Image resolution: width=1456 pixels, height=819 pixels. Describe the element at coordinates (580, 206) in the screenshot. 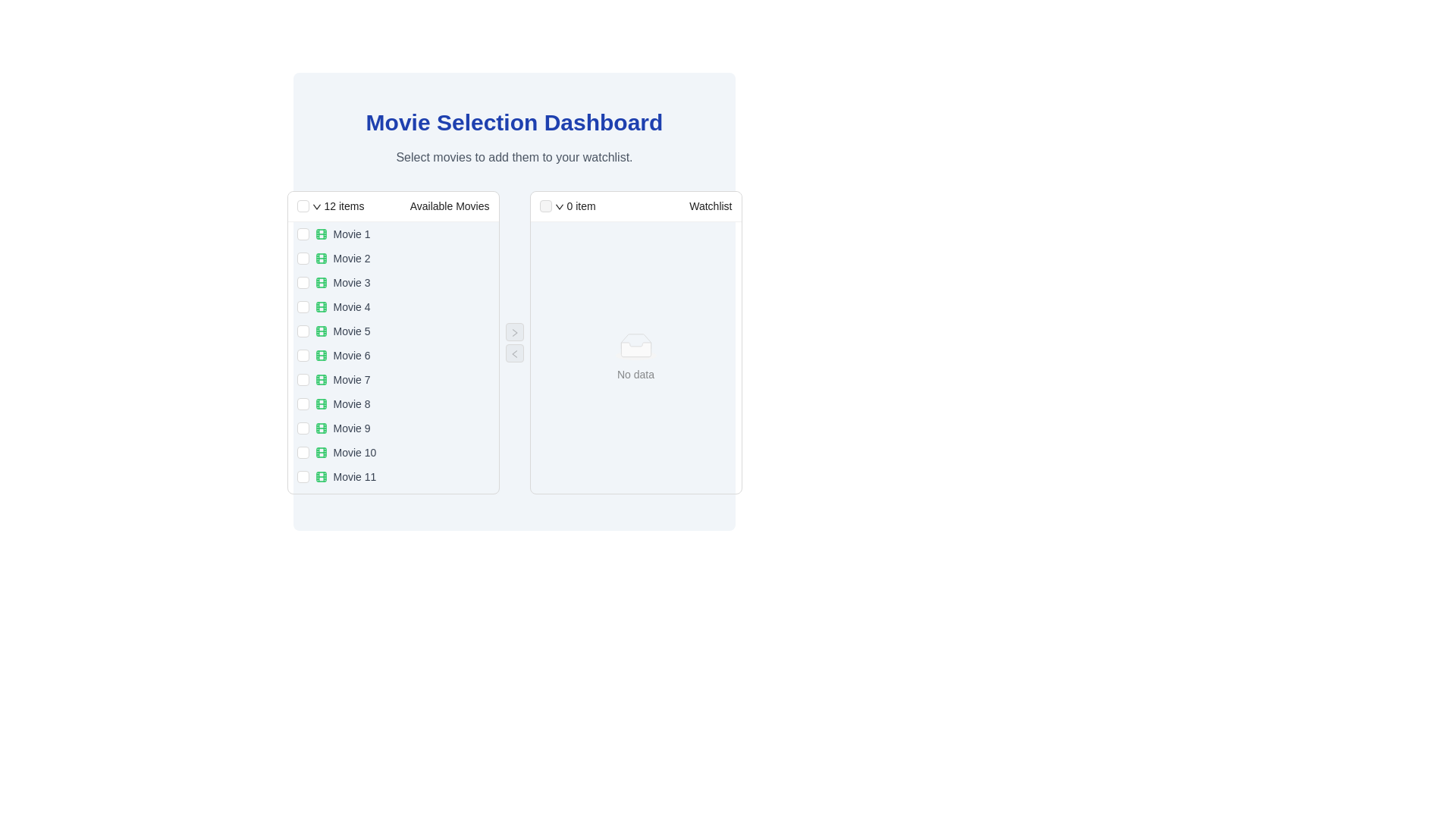

I see `the text label displaying '0 item' which indicates the current count of items in the 'Watchlist' section header` at that location.